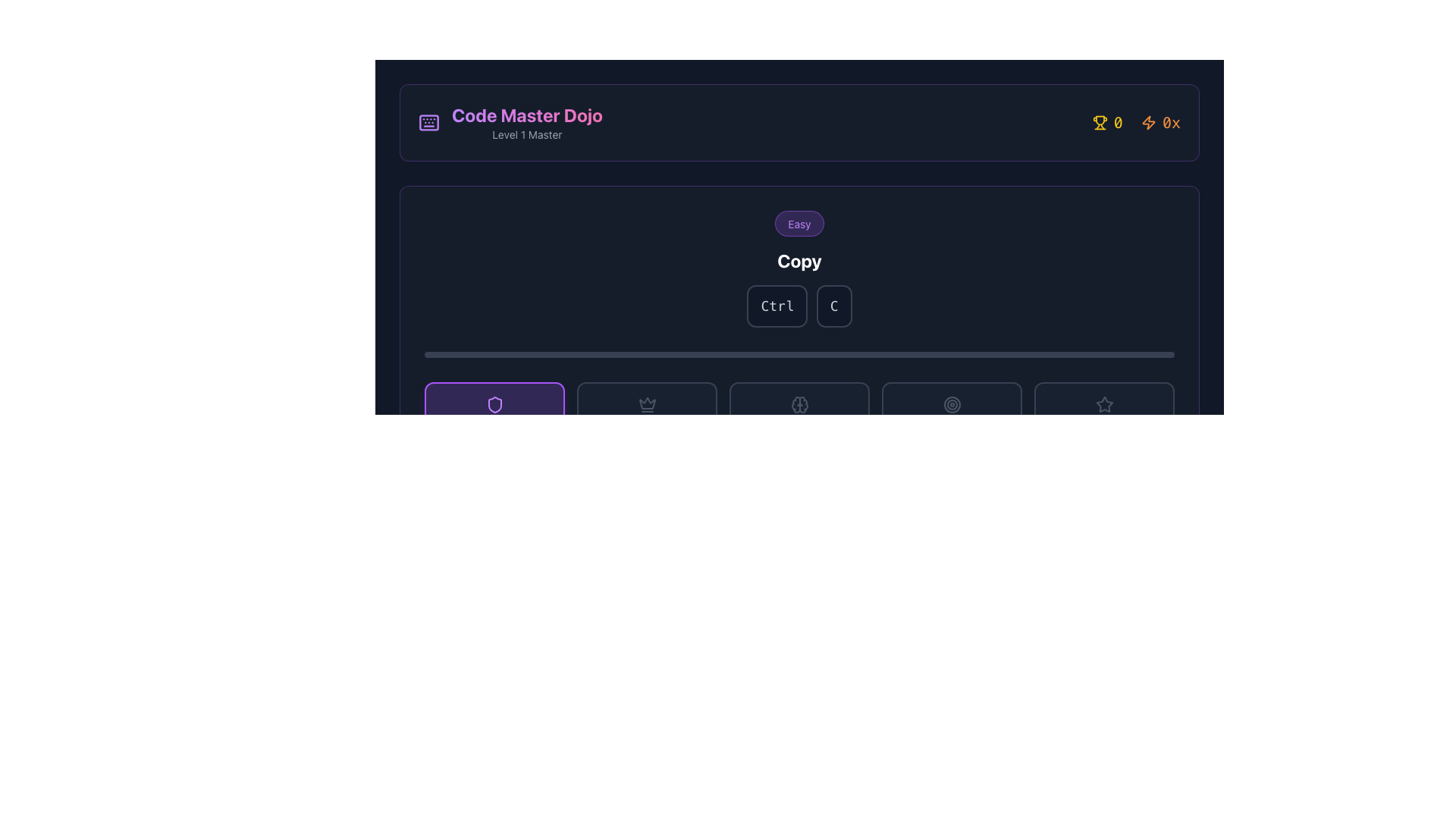 This screenshot has width=1456, height=819. I want to click on the text label displaying 'Level 1 Master' located beneath the header 'Code Master Dojo', so click(527, 133).